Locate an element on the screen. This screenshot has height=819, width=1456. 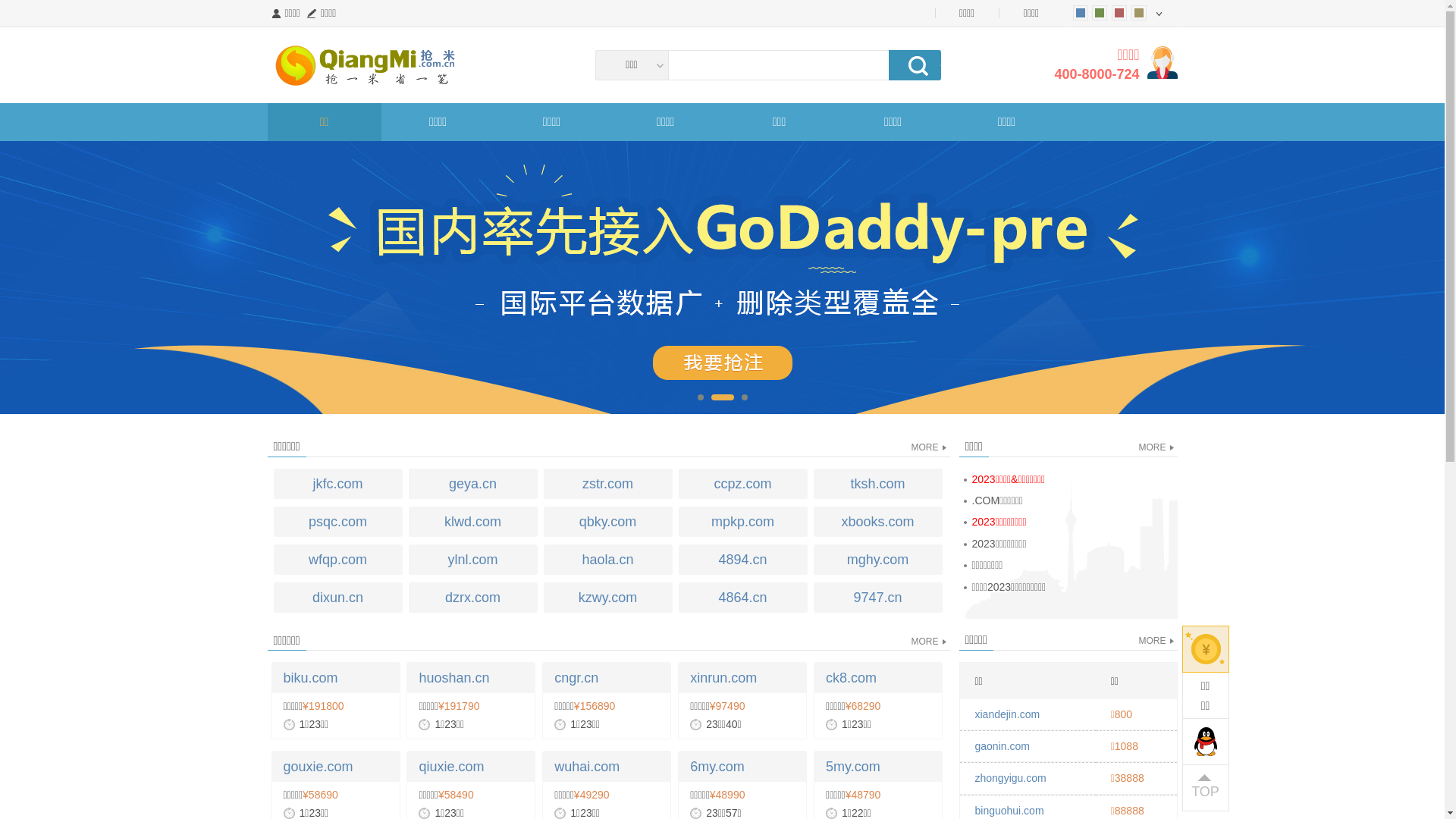
'xiandejin.com' is located at coordinates (1008, 714).